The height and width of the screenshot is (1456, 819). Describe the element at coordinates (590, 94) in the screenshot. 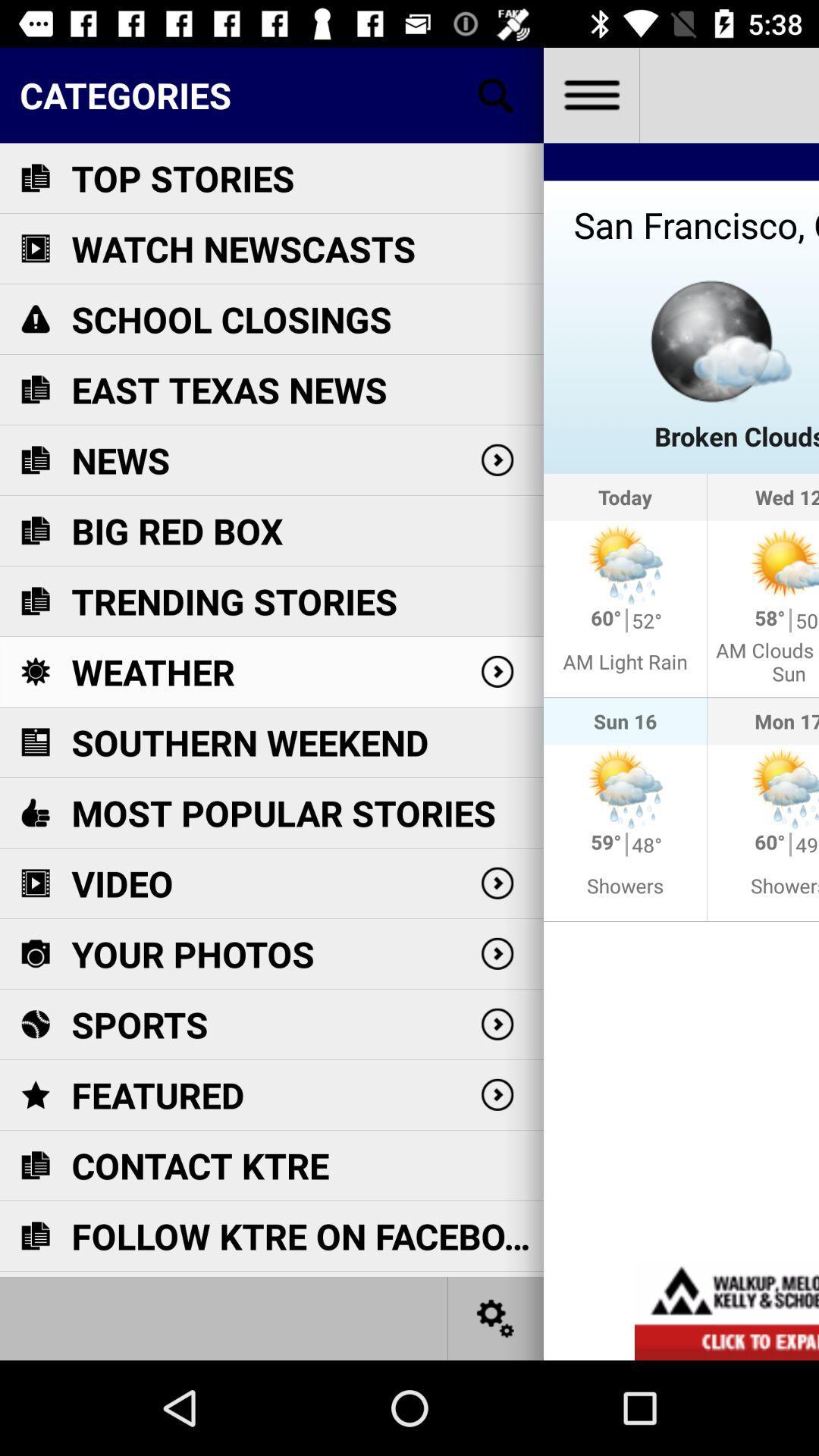

I see `deselect menu` at that location.